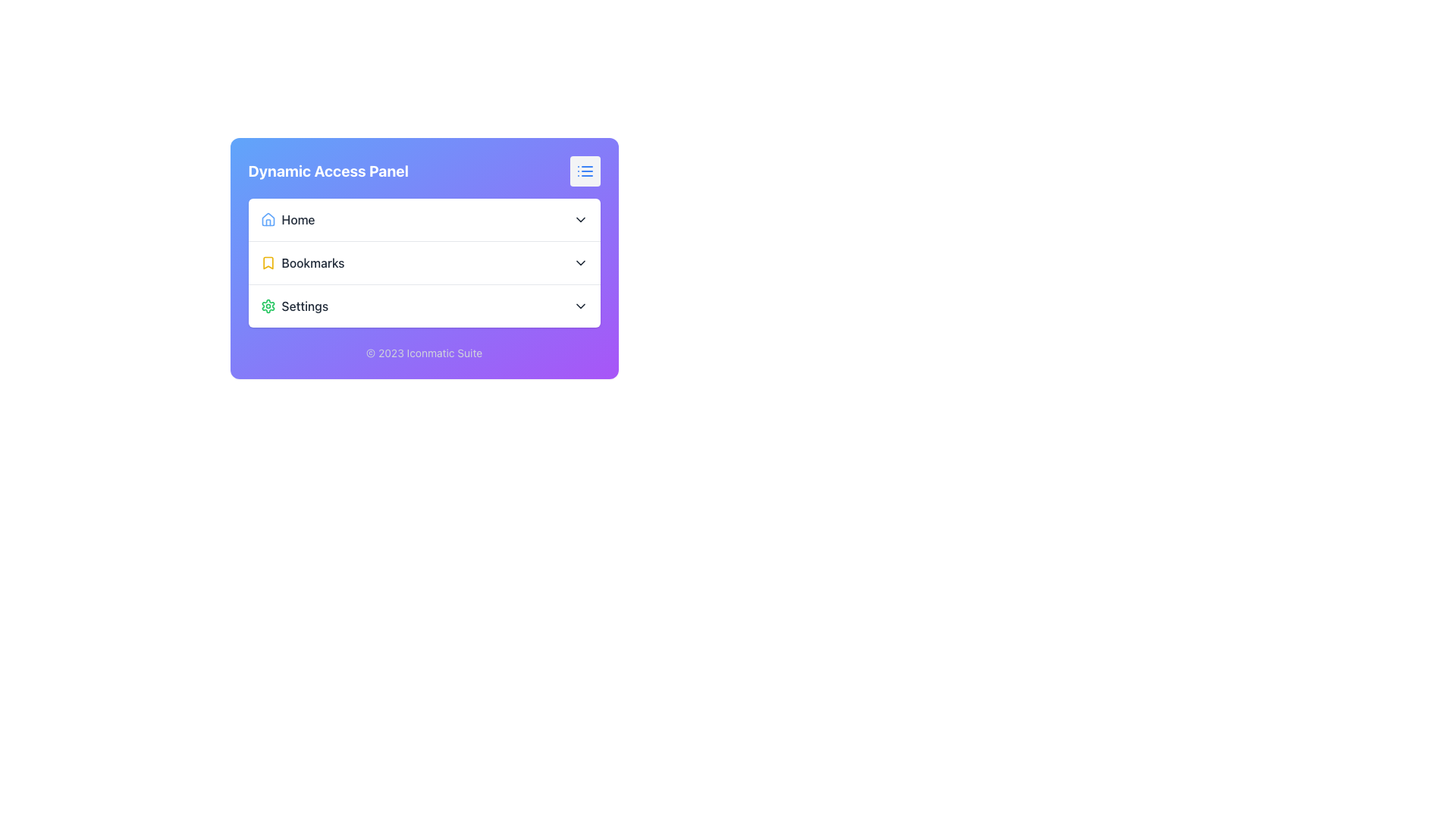 The height and width of the screenshot is (819, 1456). Describe the element at coordinates (579, 306) in the screenshot. I see `the Chevron Down icon located in the last row of the 'Settings' vertical list within the 'Dynamic Access Panel'` at that location.